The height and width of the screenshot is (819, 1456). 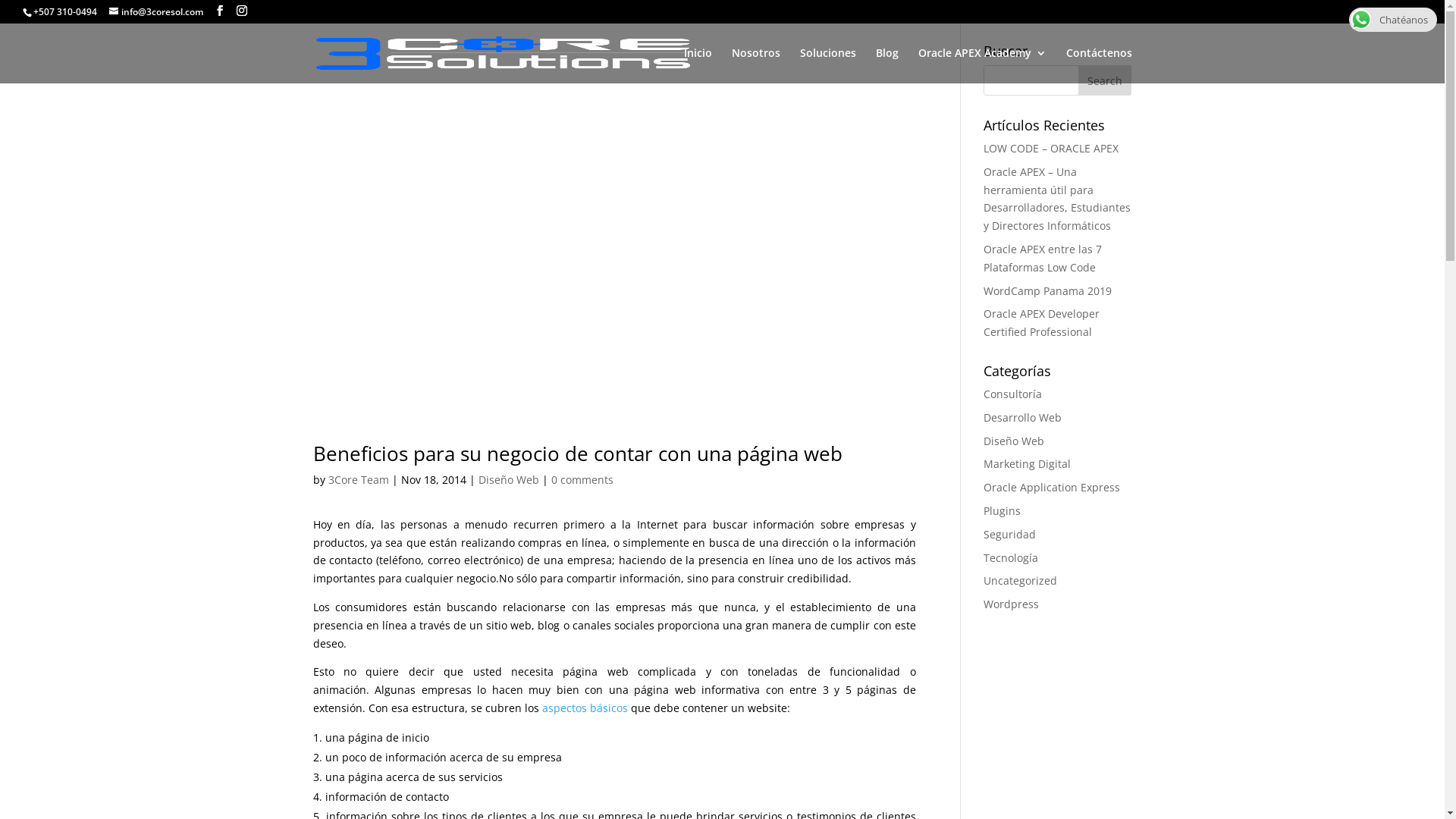 What do you see at coordinates (1040, 322) in the screenshot?
I see `'Oracle APEX Developer Certified Professional'` at bounding box center [1040, 322].